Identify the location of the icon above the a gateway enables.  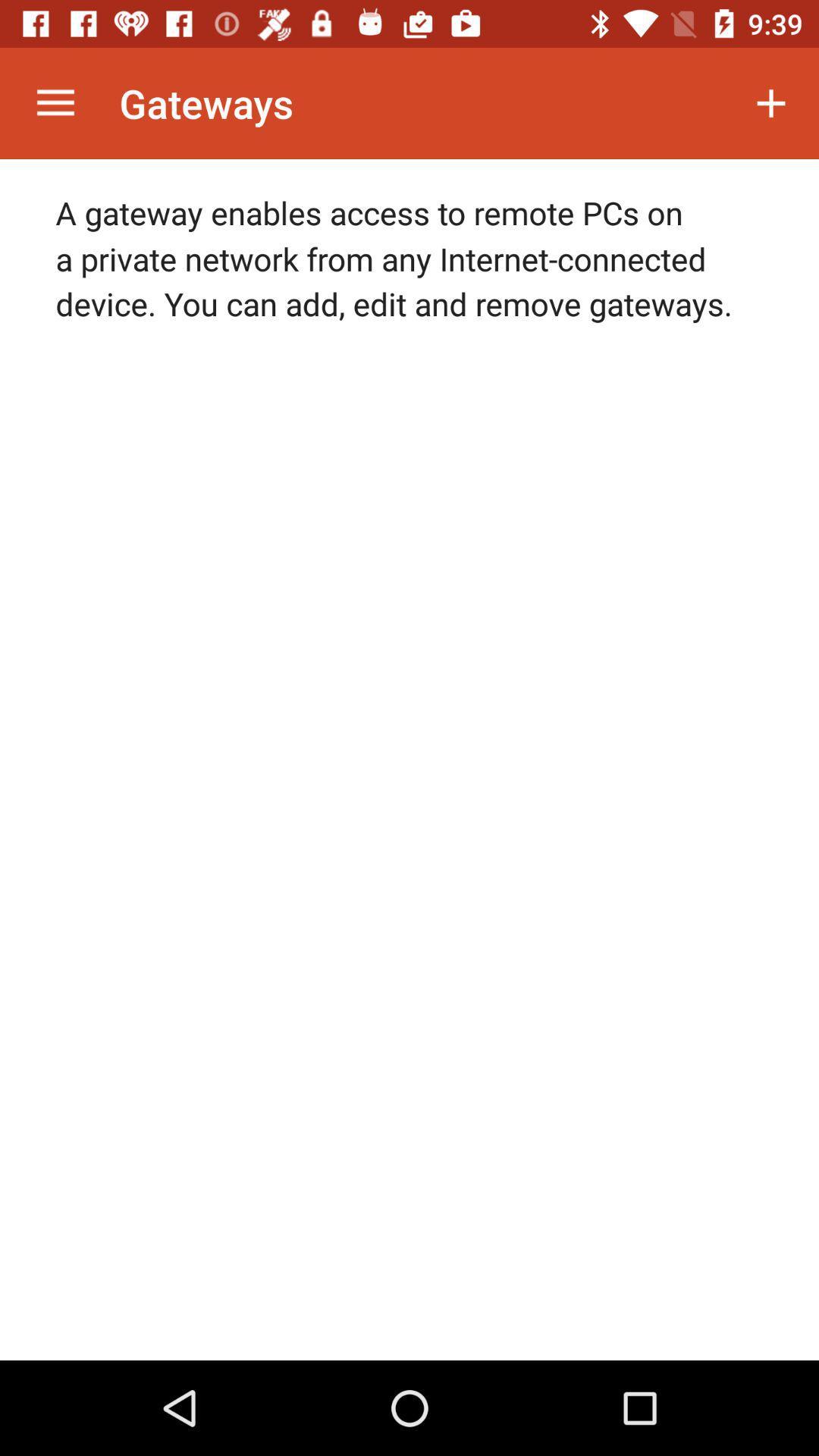
(55, 102).